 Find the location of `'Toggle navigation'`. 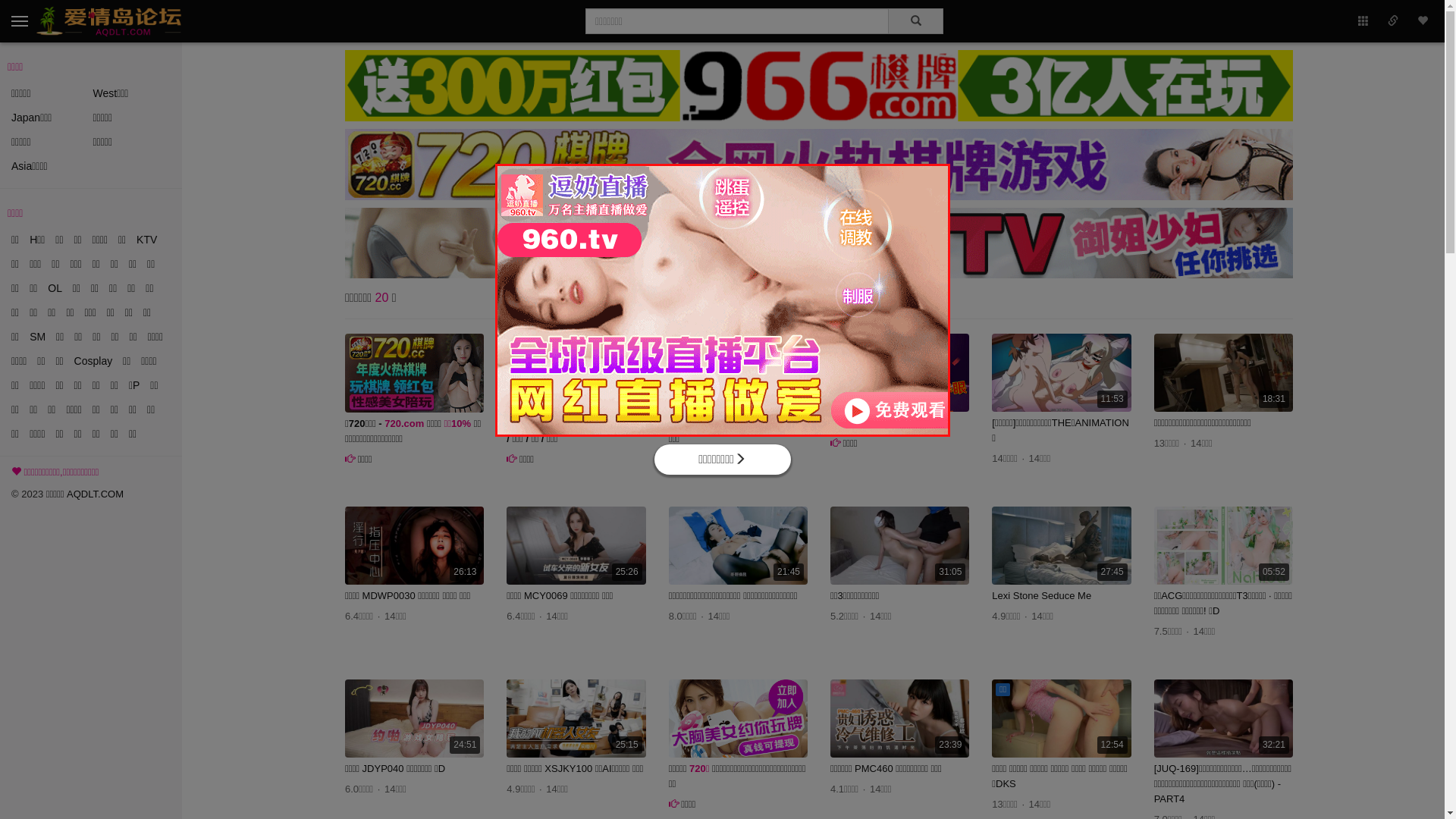

'Toggle navigation' is located at coordinates (5, 20).